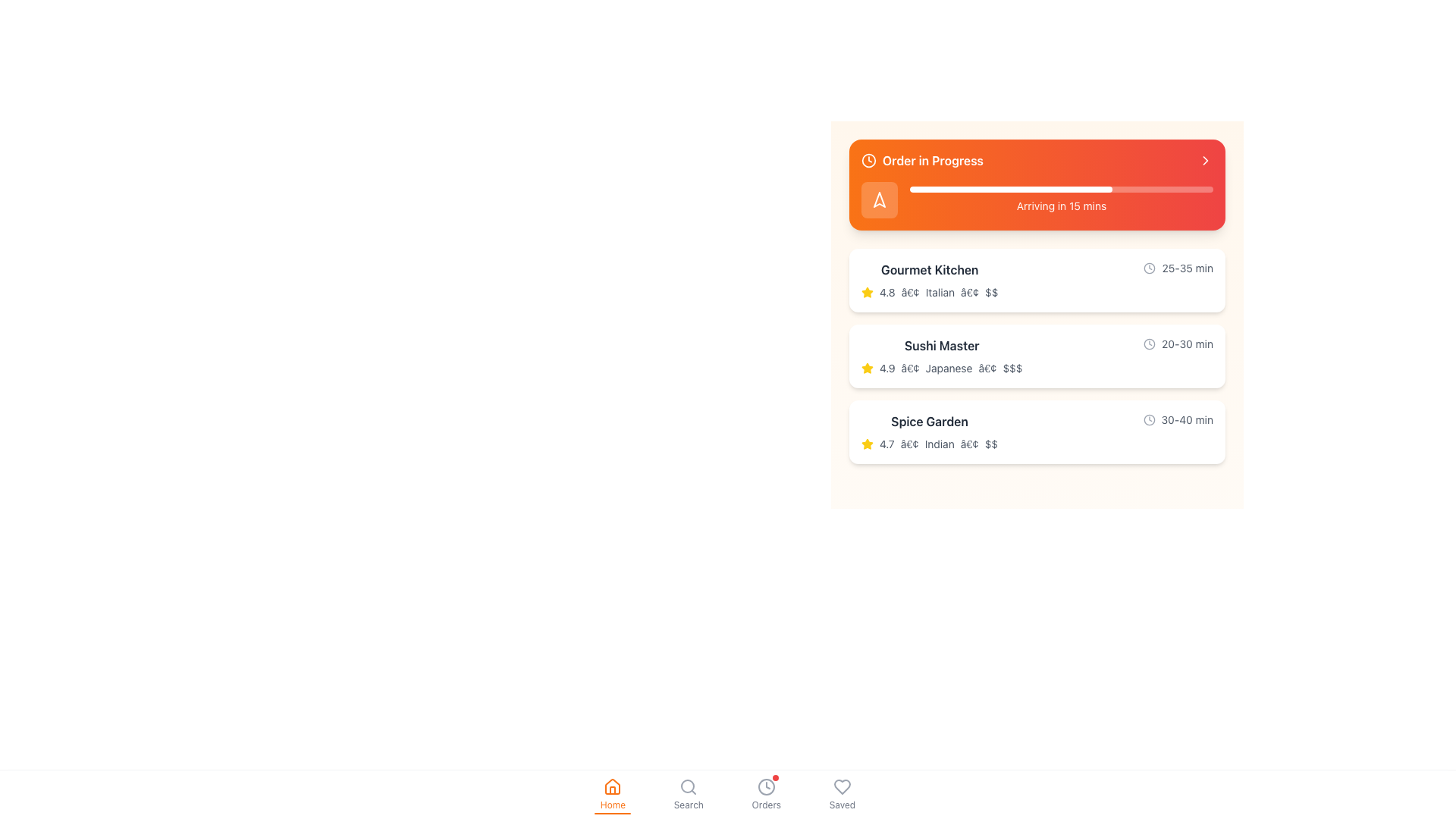 This screenshot has width=1456, height=819. Describe the element at coordinates (929, 421) in the screenshot. I see `title 'Spice Garden' displayed in bold text as the primary focus in the restaurant card` at that location.